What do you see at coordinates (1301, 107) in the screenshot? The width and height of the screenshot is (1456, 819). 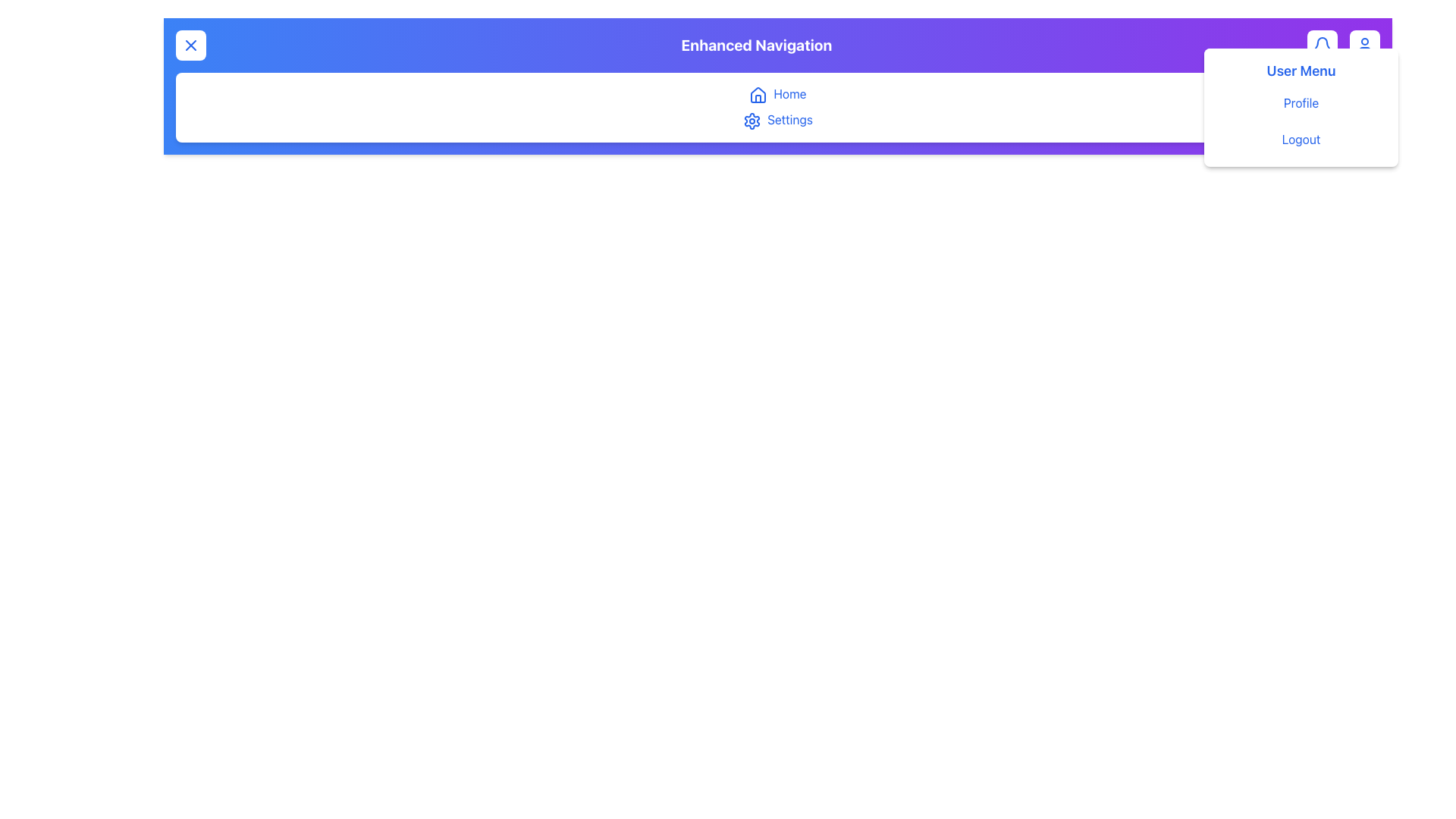 I see `the 'Profile' option in the dropdown menu labeled 'User Menu', which appears in the top-right corner of the page below the user profile icon` at bounding box center [1301, 107].